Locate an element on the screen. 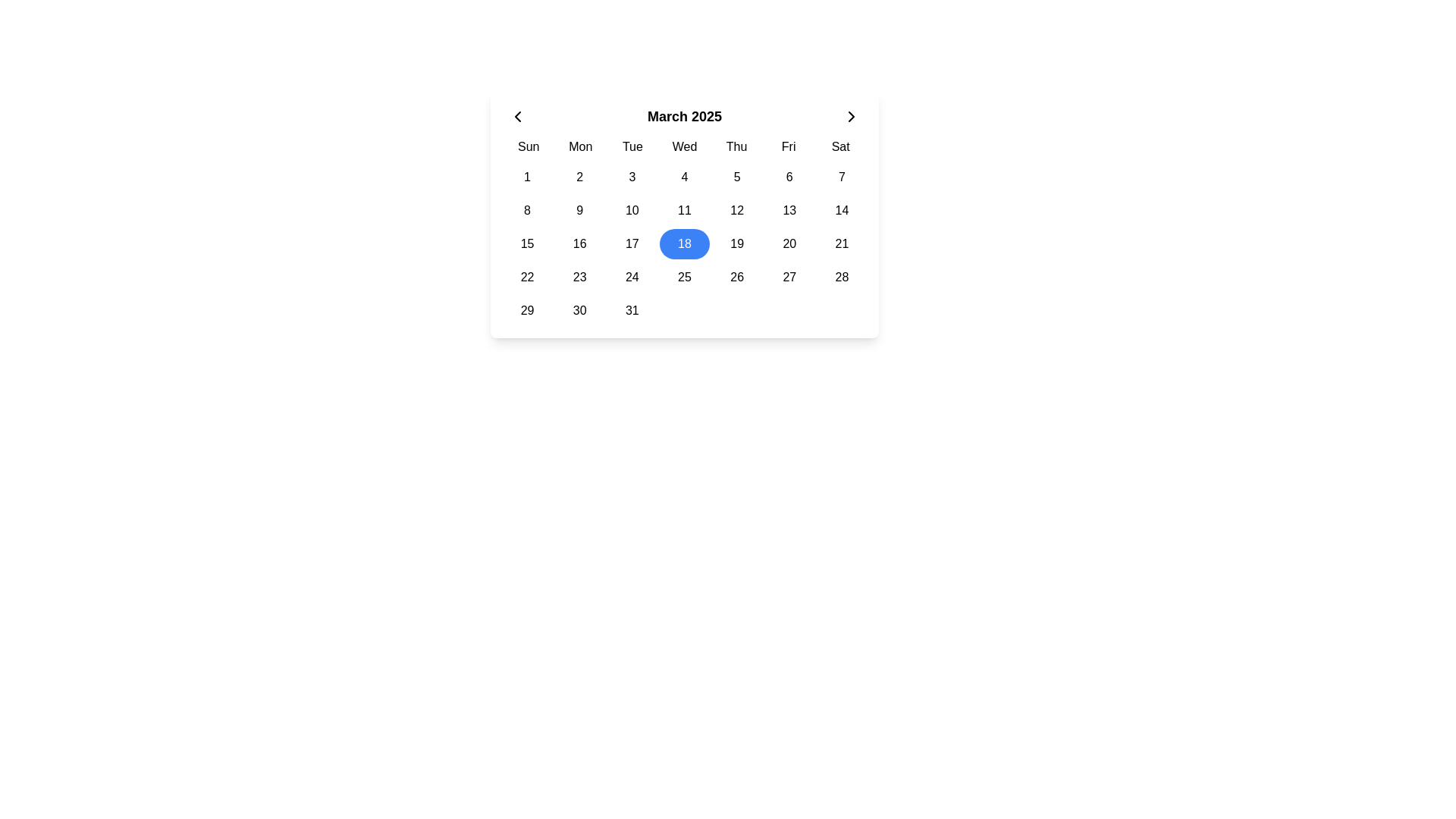 This screenshot has height=819, width=1456. the interactive calendar button located in the third row and third column of the calendar grid is located at coordinates (632, 243).